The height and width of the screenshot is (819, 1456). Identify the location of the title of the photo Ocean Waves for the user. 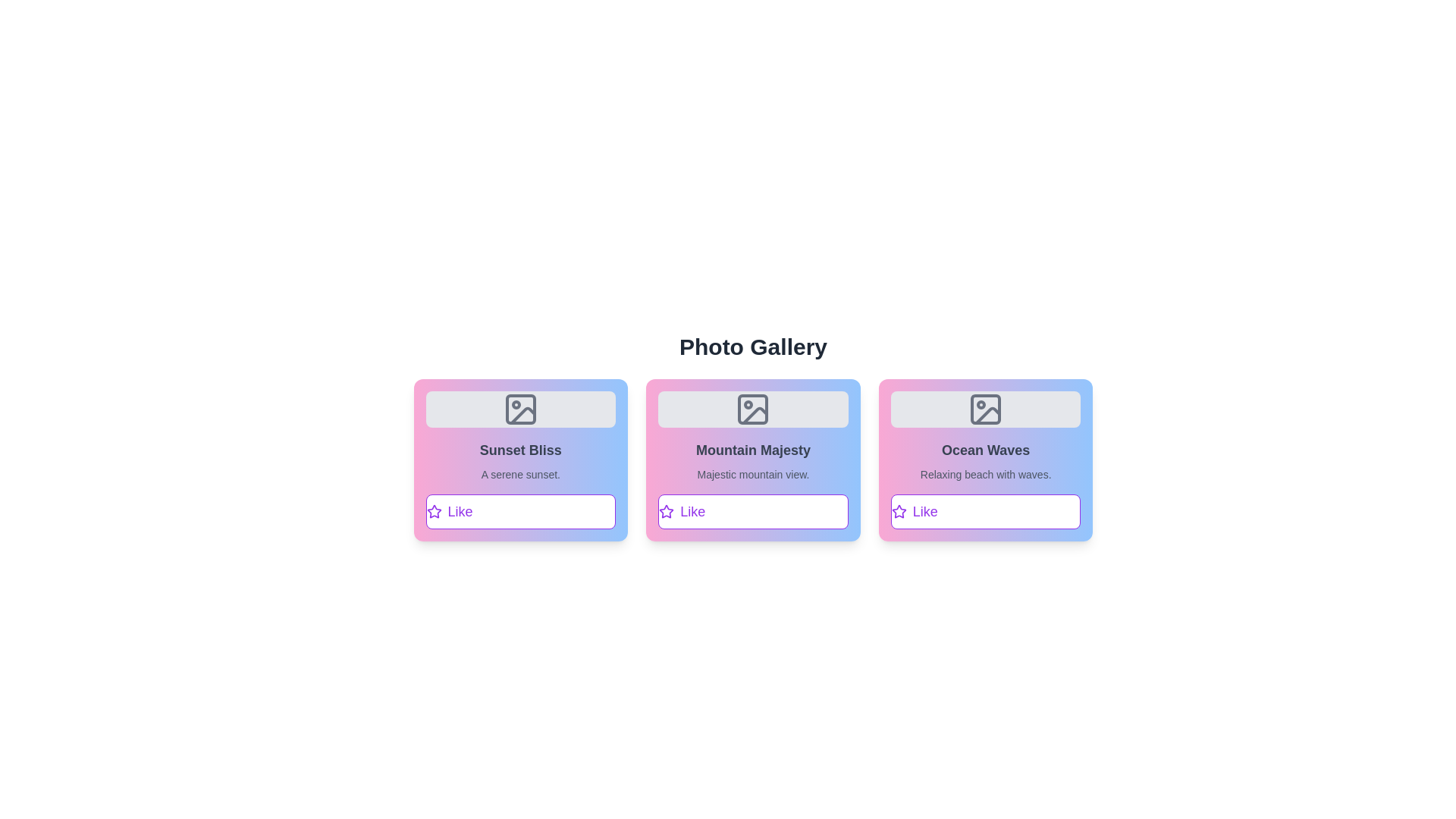
(986, 450).